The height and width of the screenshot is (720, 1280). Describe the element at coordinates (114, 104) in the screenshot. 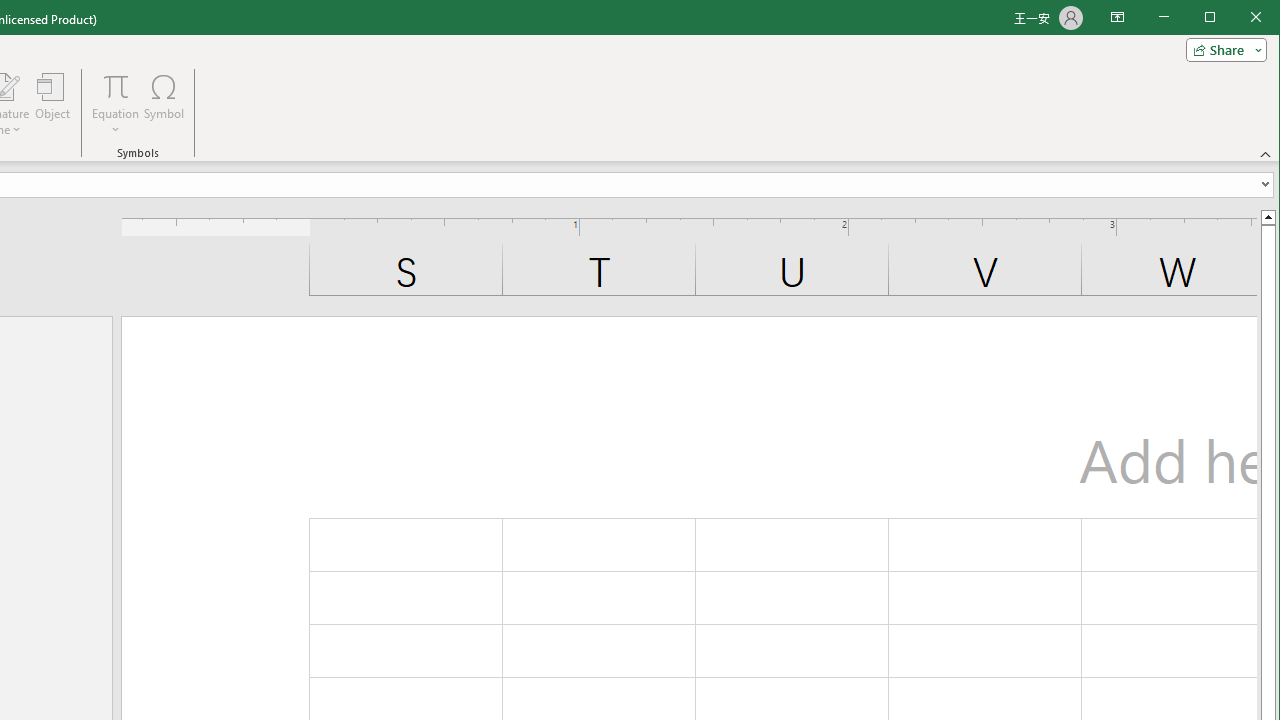

I see `'Equation'` at that location.